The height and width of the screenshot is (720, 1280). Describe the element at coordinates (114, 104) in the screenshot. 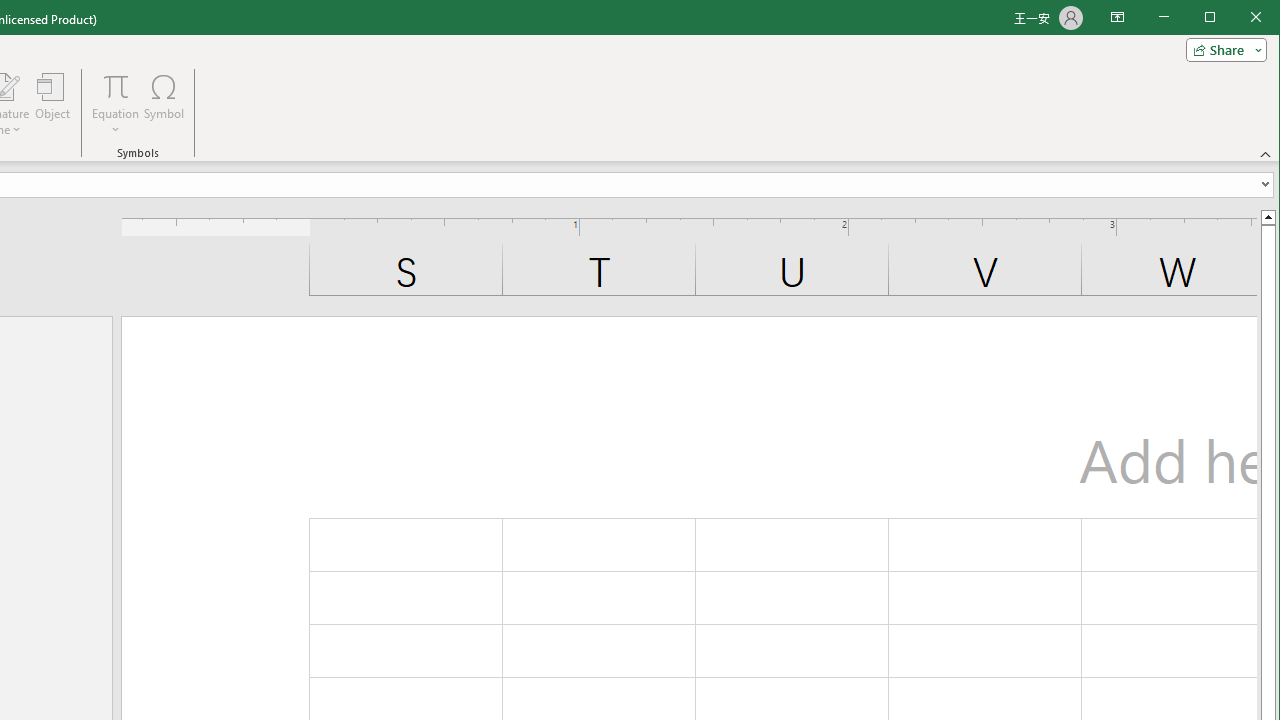

I see `'Equation'` at that location.